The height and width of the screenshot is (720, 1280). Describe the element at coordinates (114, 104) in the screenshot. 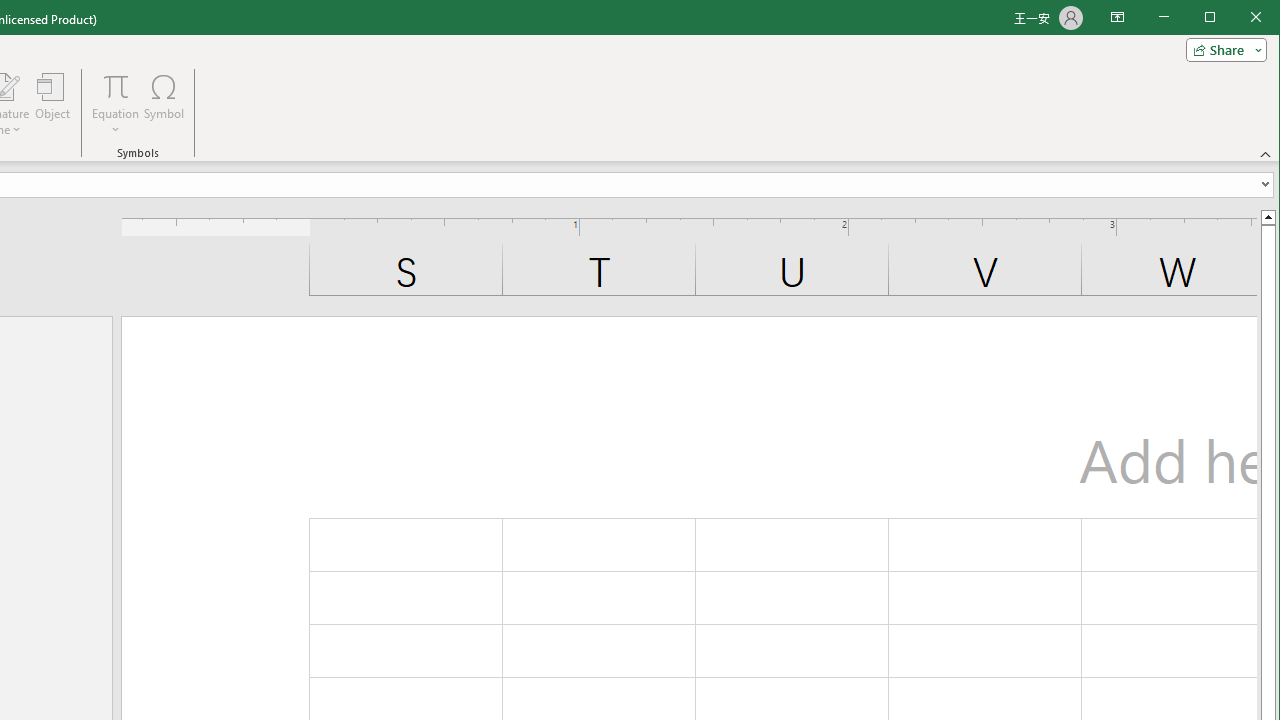

I see `'Equation'` at that location.